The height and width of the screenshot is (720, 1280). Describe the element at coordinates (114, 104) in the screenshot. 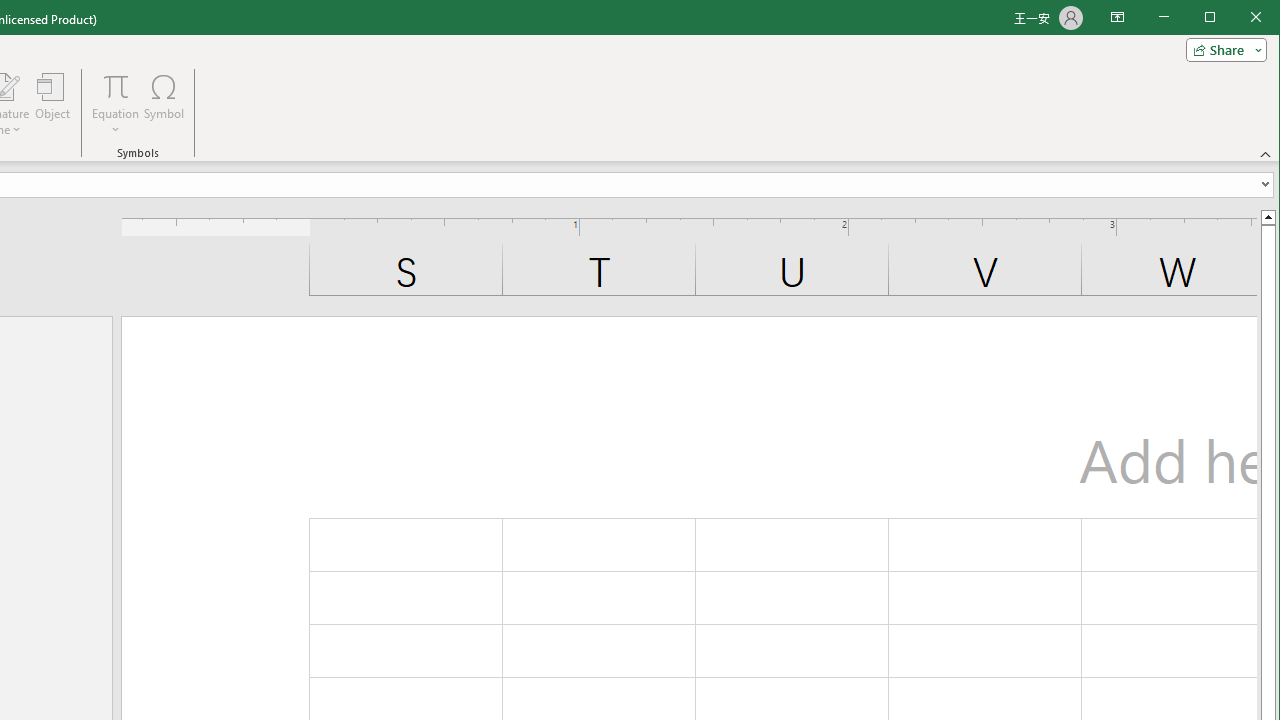

I see `'Equation'` at that location.